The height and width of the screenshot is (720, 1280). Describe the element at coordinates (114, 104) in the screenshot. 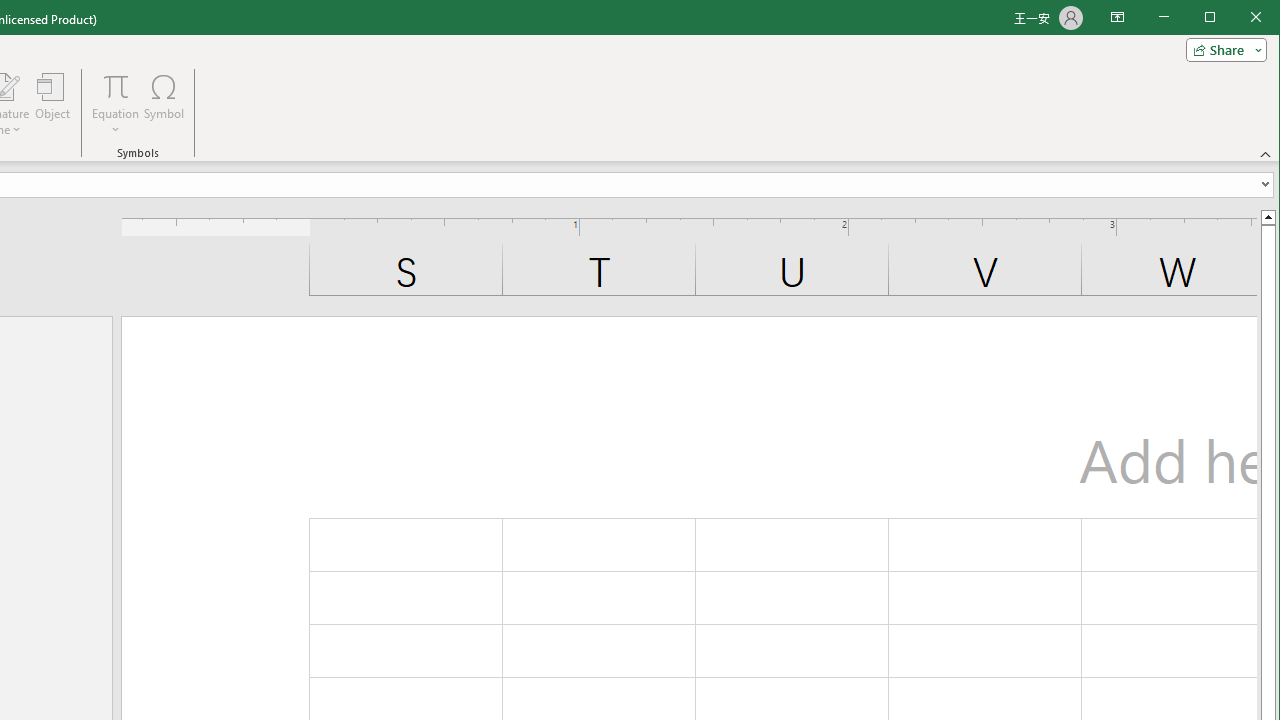

I see `'Equation'` at that location.